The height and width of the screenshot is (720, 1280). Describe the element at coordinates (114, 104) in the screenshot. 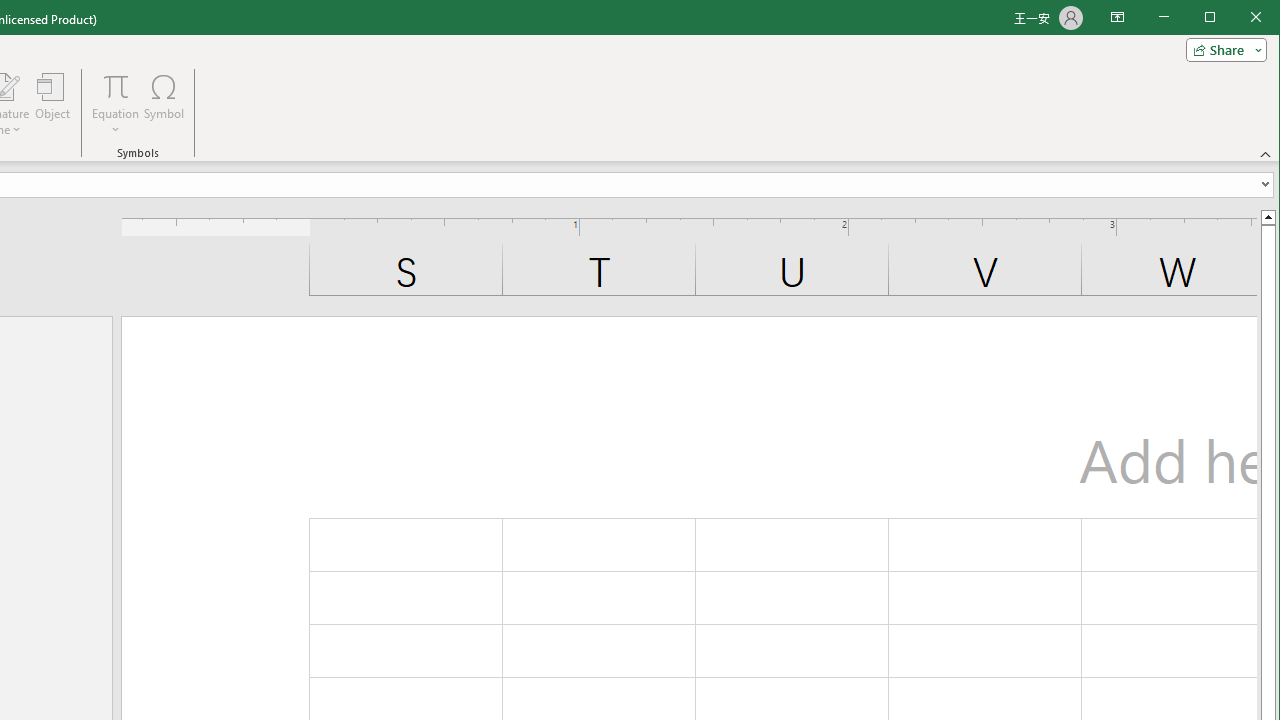

I see `'Equation'` at that location.